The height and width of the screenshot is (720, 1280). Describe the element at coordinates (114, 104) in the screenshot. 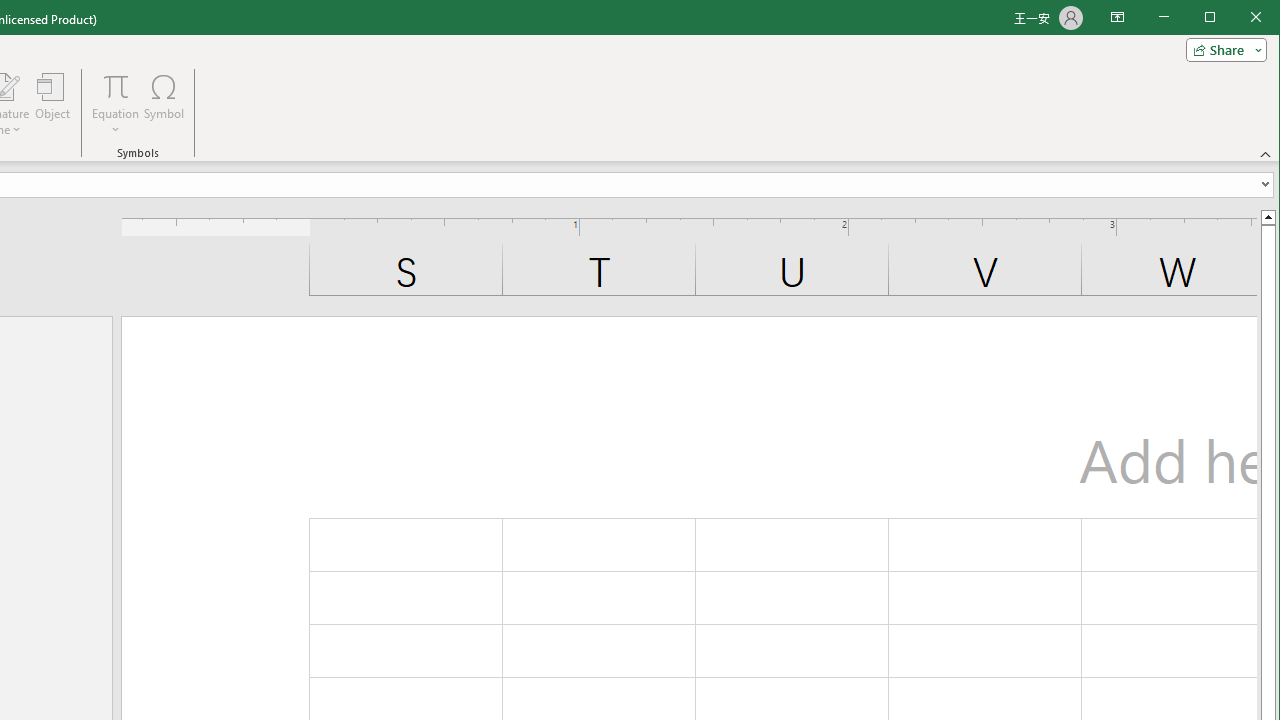

I see `'Equation'` at that location.